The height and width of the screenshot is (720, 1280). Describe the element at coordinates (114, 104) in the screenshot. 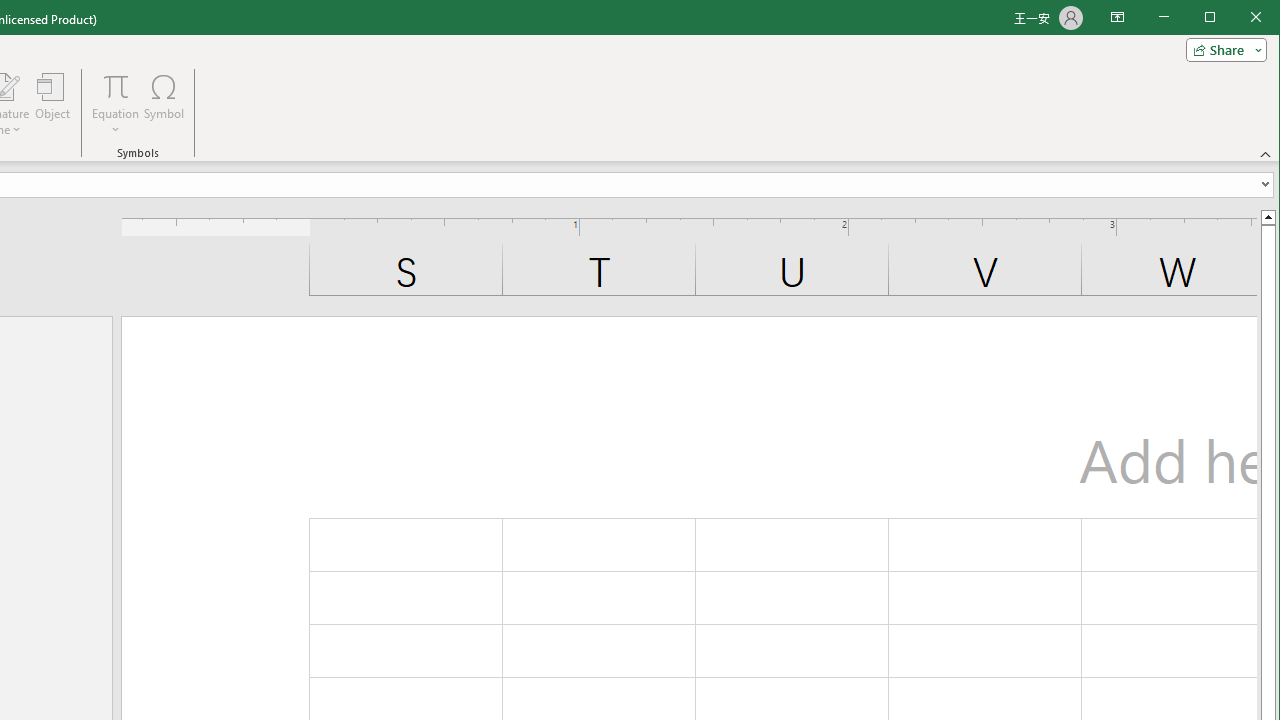

I see `'Equation'` at that location.